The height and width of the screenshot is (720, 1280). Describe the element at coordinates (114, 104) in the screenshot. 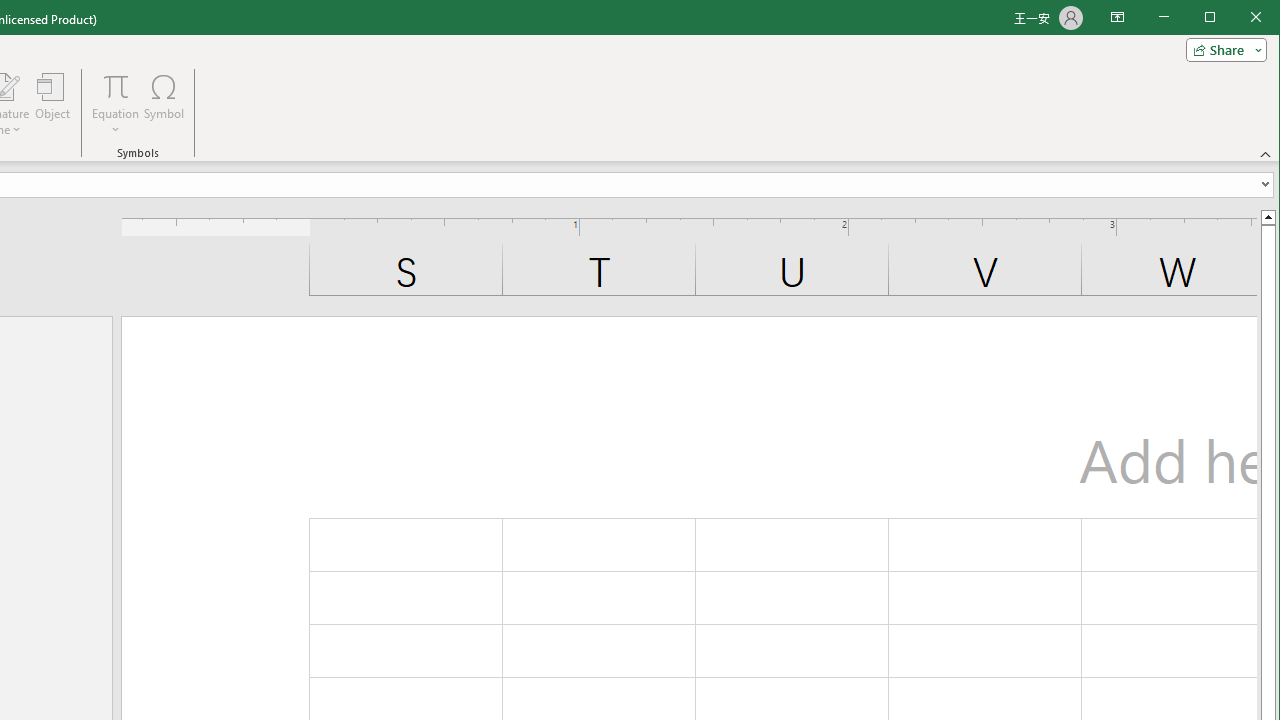

I see `'Equation'` at that location.